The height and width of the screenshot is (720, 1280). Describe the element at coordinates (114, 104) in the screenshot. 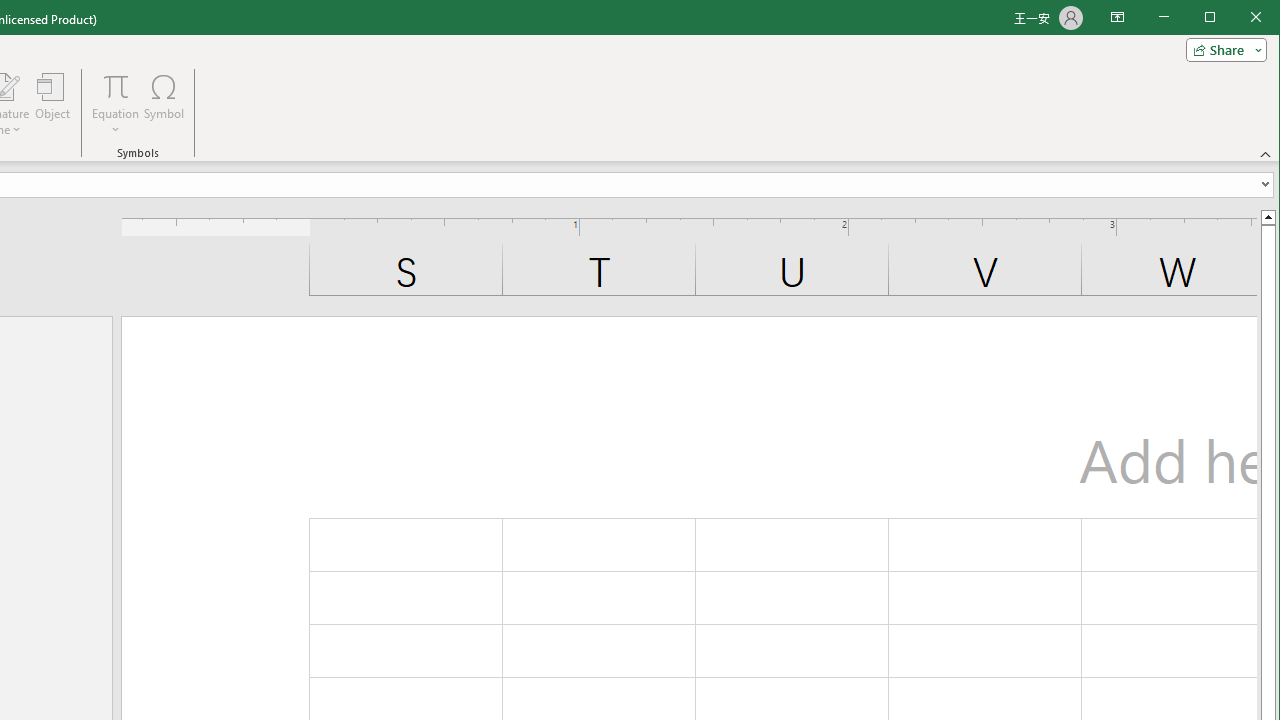

I see `'Equation'` at that location.